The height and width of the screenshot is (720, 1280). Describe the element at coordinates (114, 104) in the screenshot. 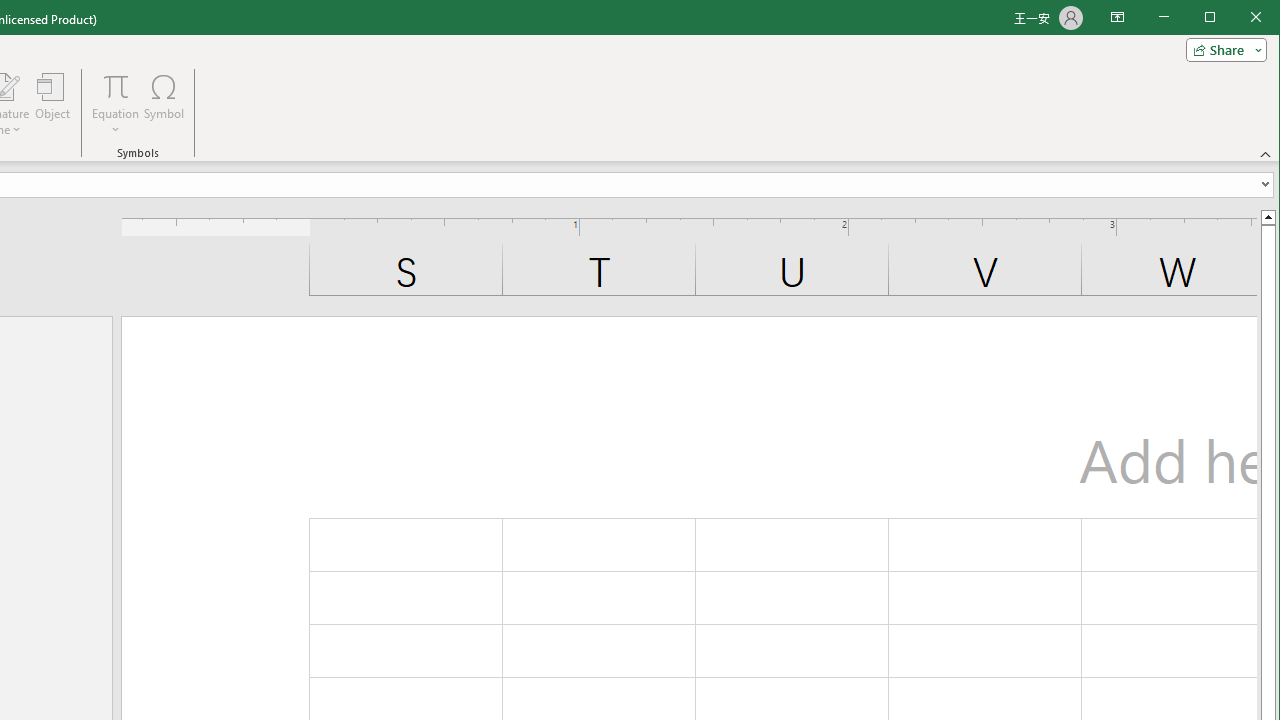

I see `'Equation'` at that location.